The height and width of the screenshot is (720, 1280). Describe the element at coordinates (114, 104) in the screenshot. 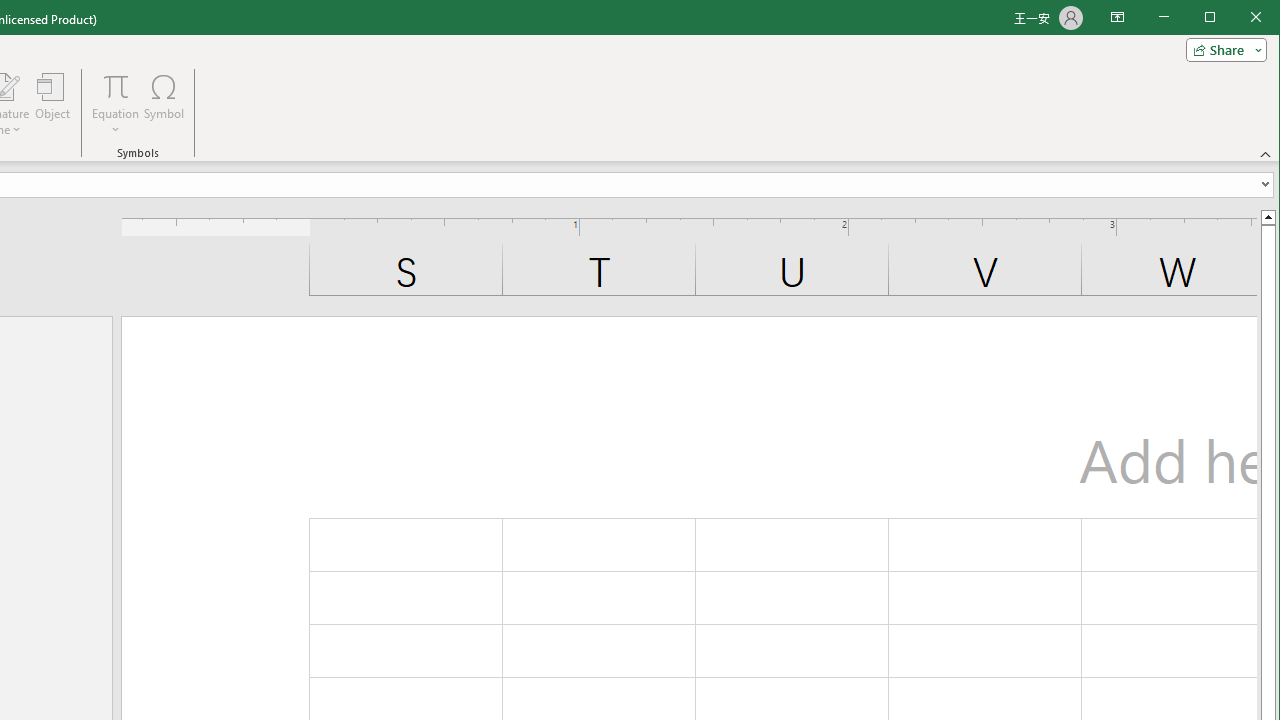

I see `'Equation'` at that location.